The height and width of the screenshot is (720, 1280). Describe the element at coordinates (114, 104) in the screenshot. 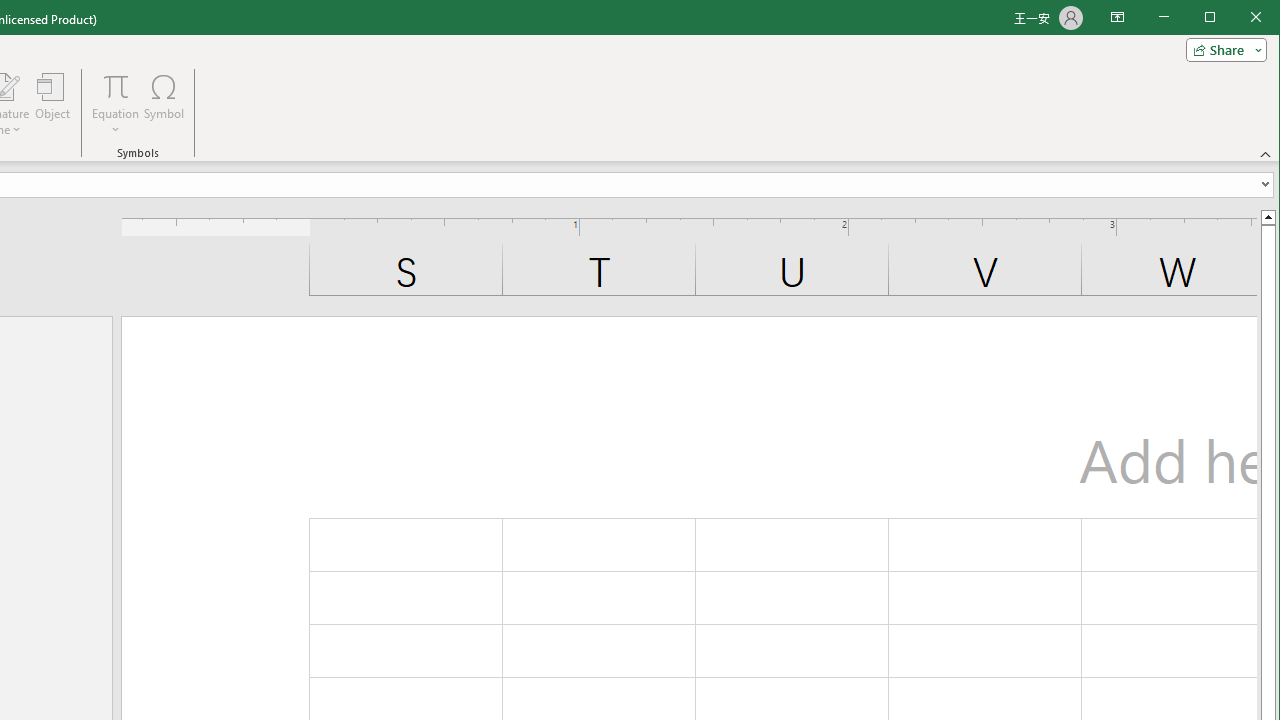

I see `'Equation'` at that location.